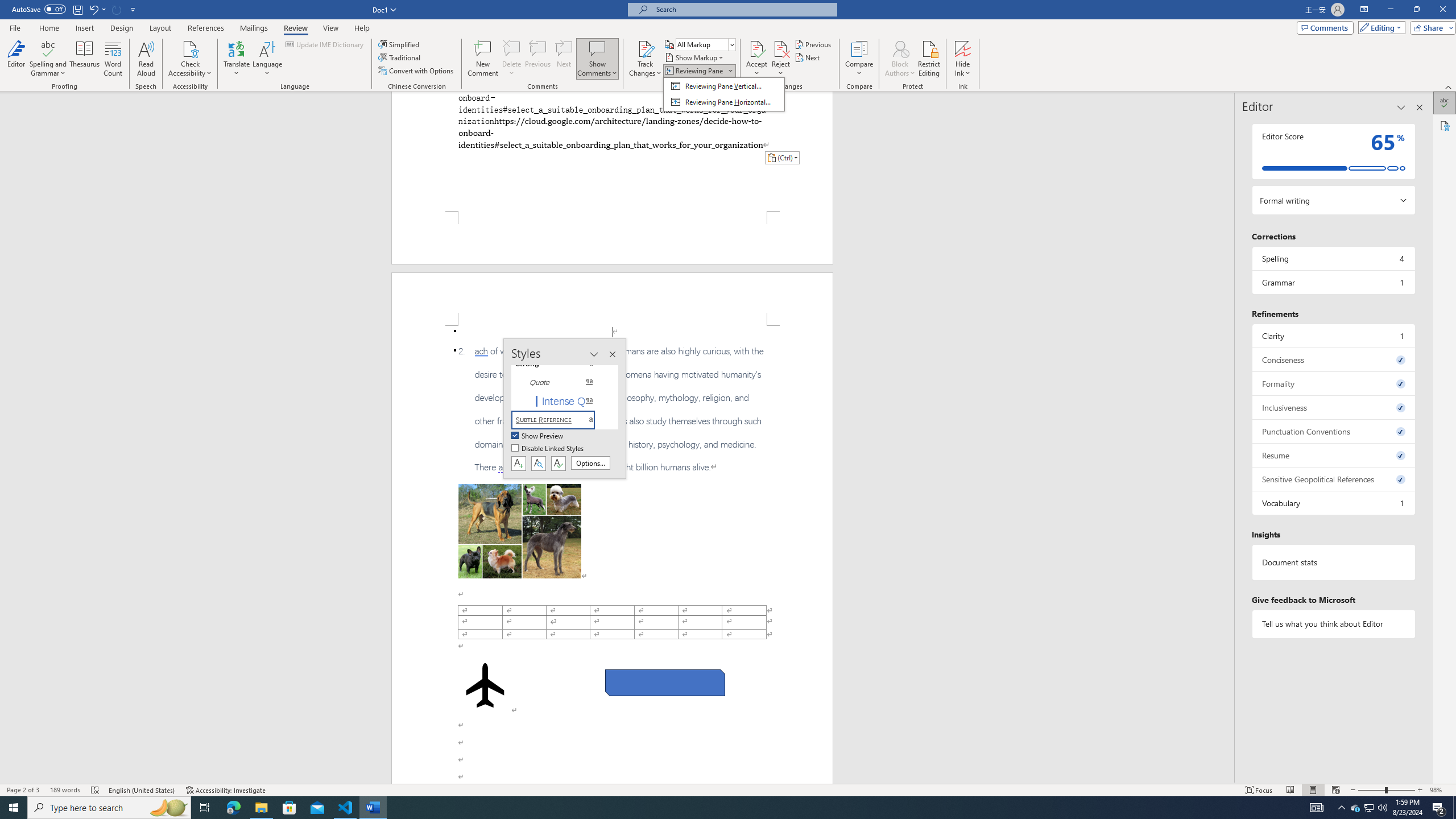  I want to click on 'Check Accessibility', so click(190, 59).